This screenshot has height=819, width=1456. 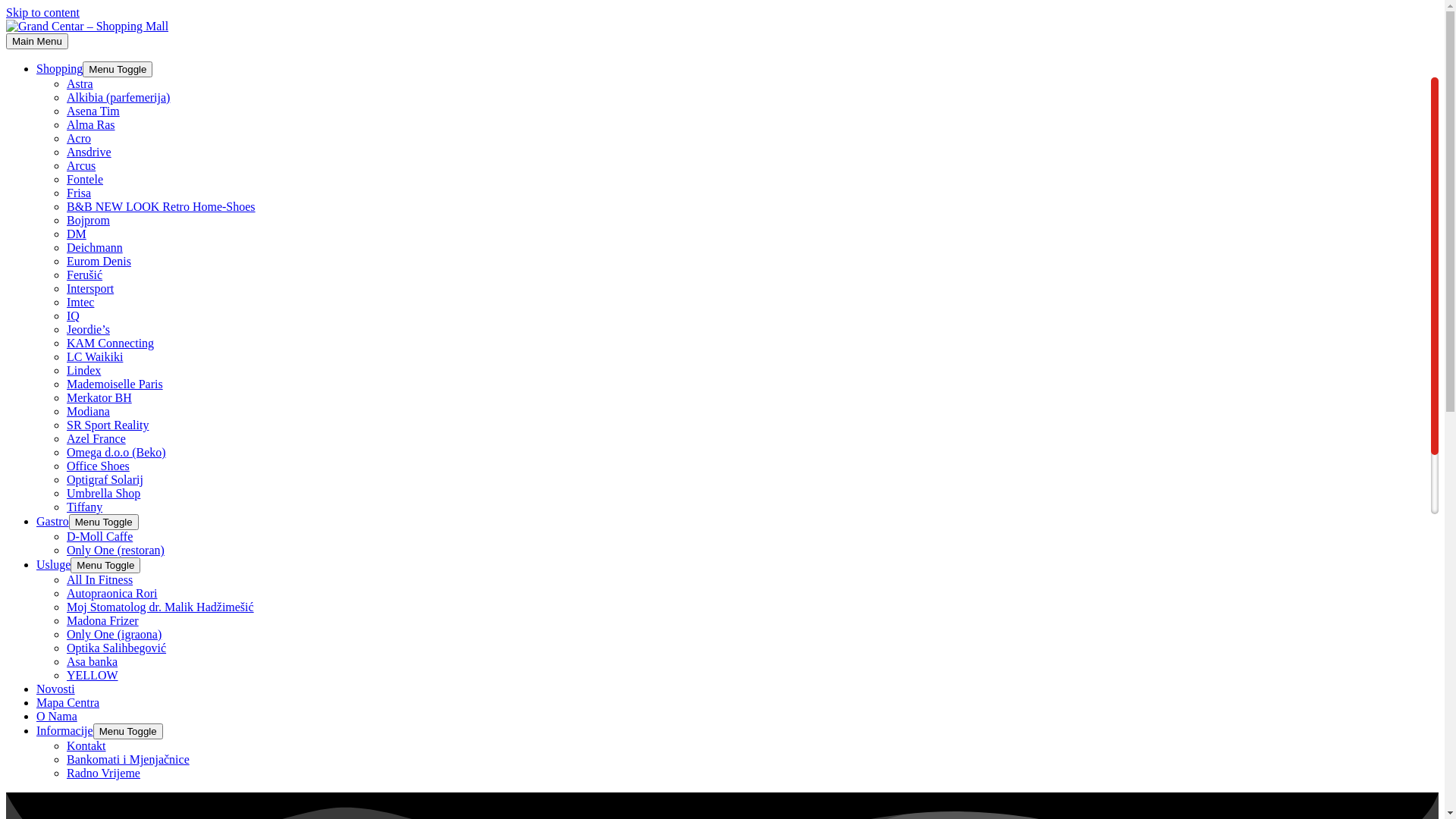 What do you see at coordinates (113, 634) in the screenshot?
I see `'Only One (igraona)'` at bounding box center [113, 634].